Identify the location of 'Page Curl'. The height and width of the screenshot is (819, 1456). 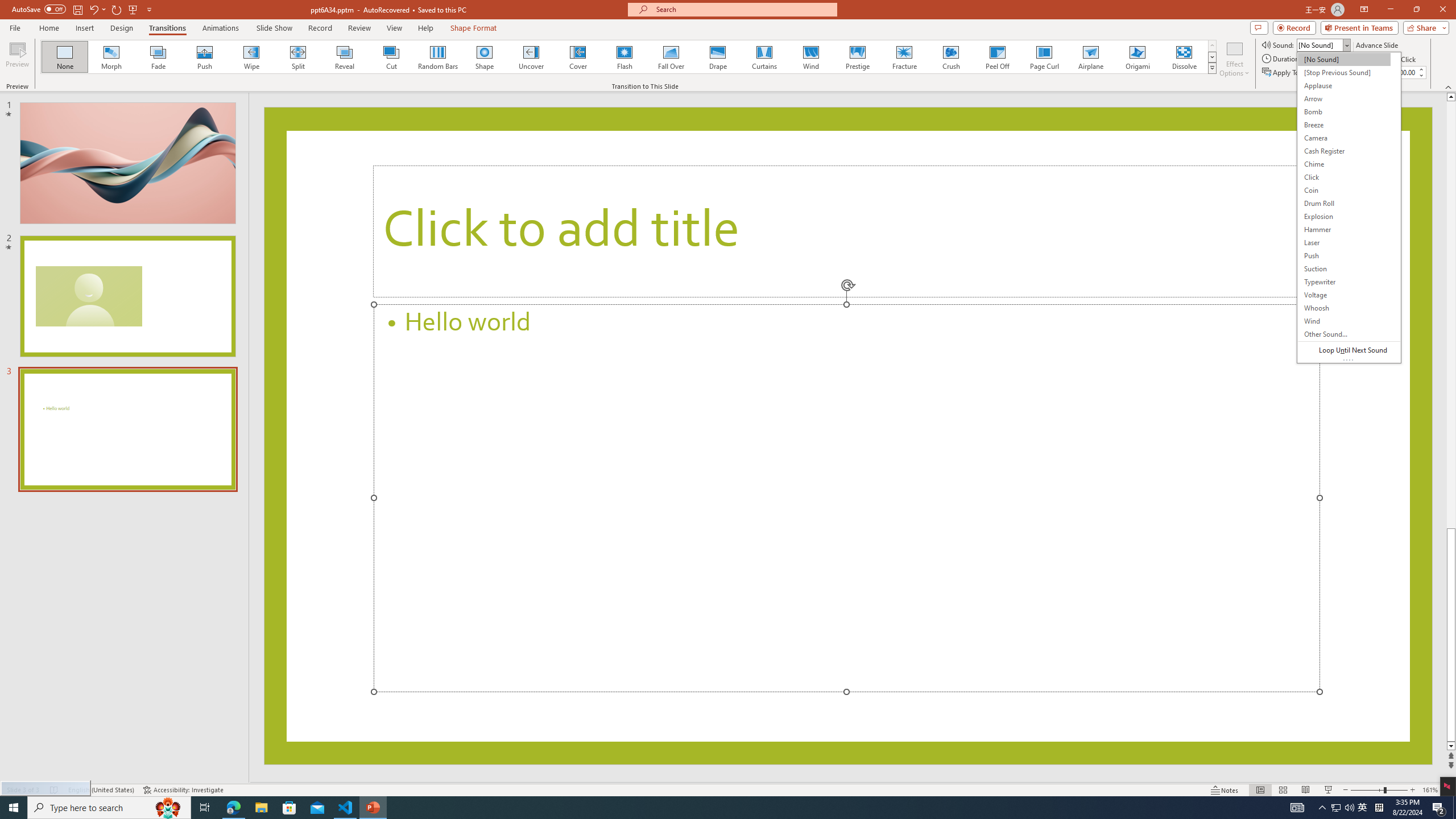
(1043, 56).